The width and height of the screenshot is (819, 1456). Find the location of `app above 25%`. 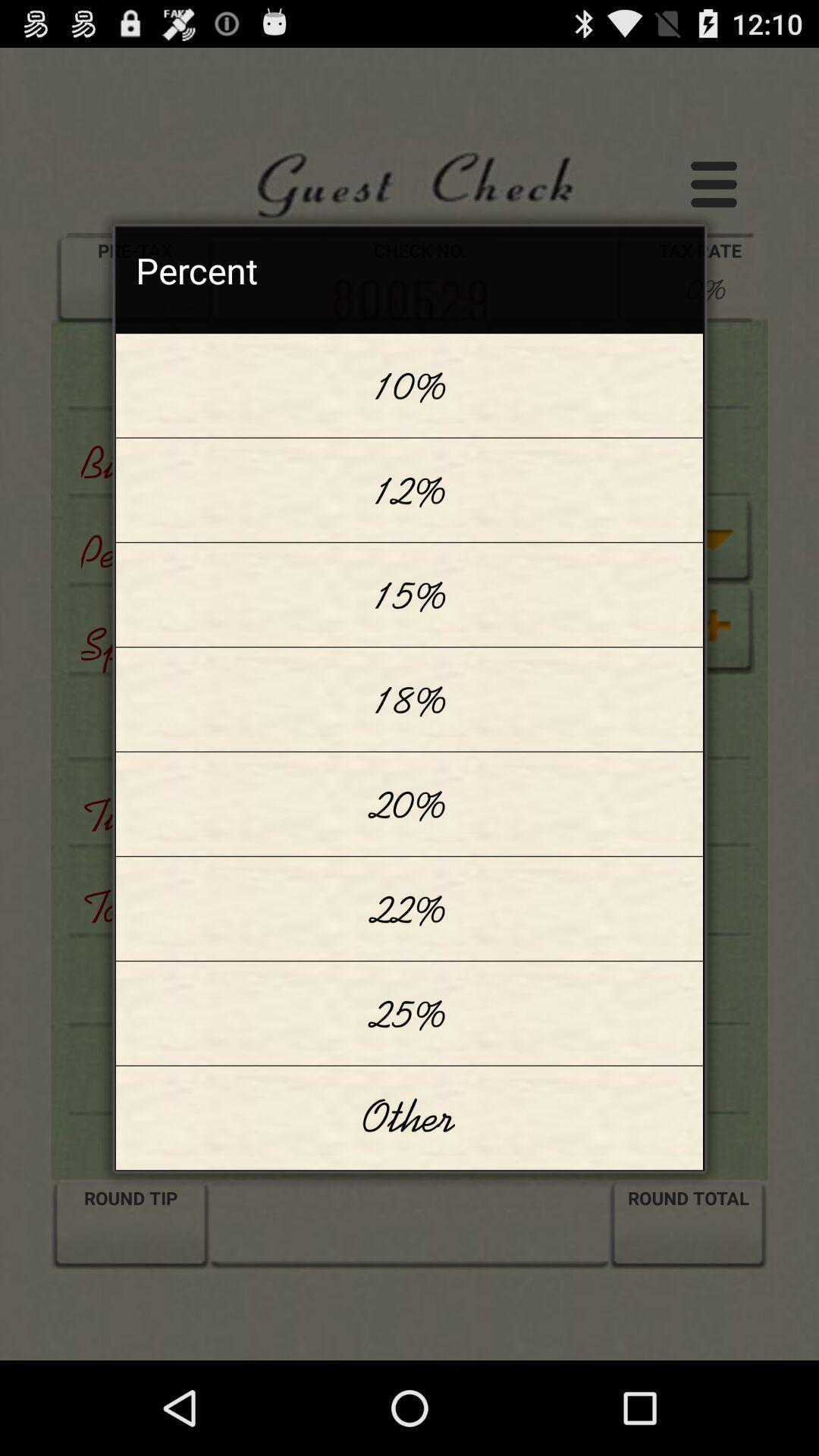

app above 25% is located at coordinates (409, 908).